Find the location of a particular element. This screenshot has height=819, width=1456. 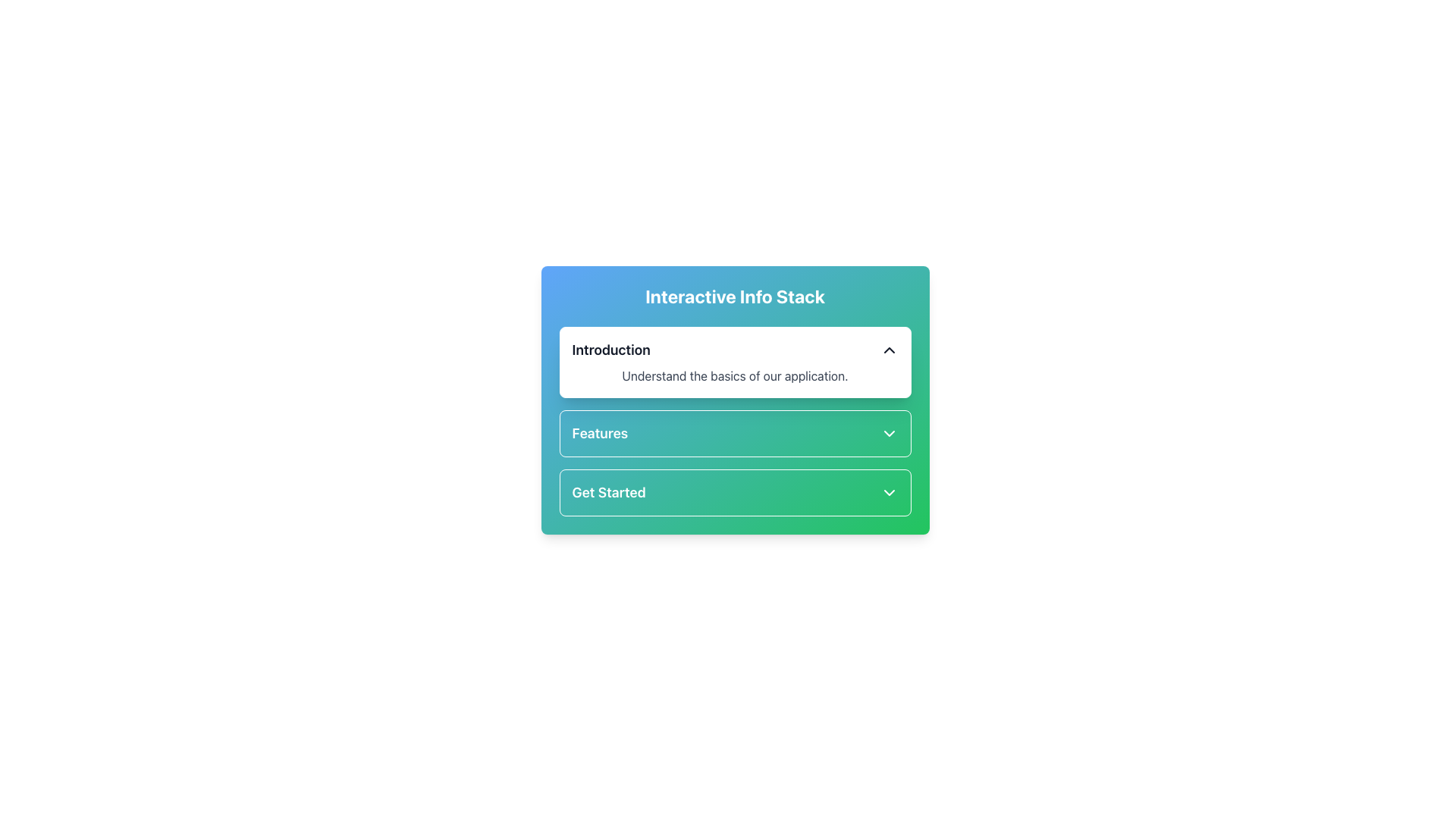

the 'Get Started' label which is styled with a medium-sized, bold font on a green-gradient background, located at the bottom of a vertically stacked interface, aligned to the left is located at coordinates (609, 493).